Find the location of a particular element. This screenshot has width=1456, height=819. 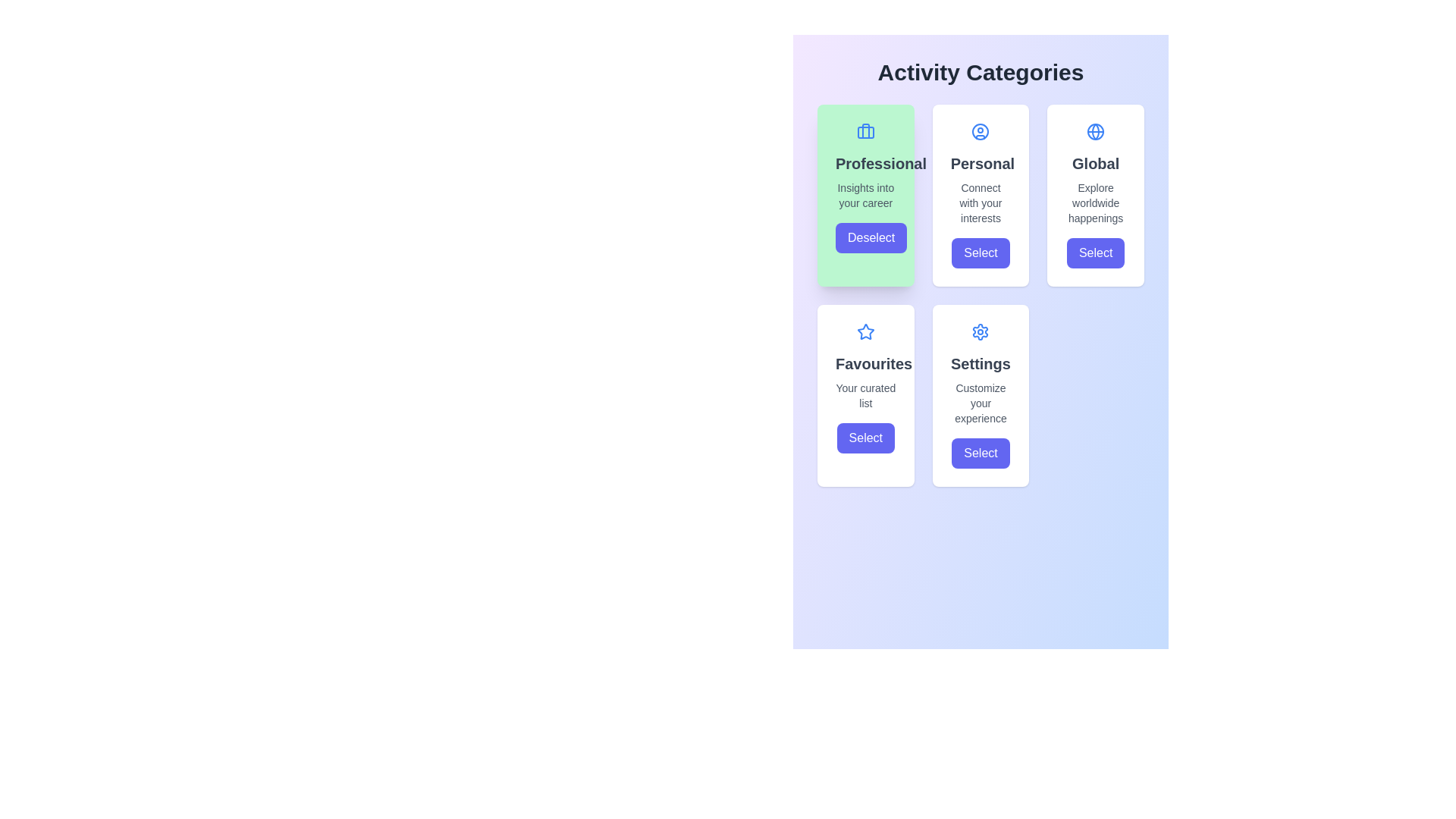

the globe icon in the upper-right corner of the grid layout is located at coordinates (1096, 130).